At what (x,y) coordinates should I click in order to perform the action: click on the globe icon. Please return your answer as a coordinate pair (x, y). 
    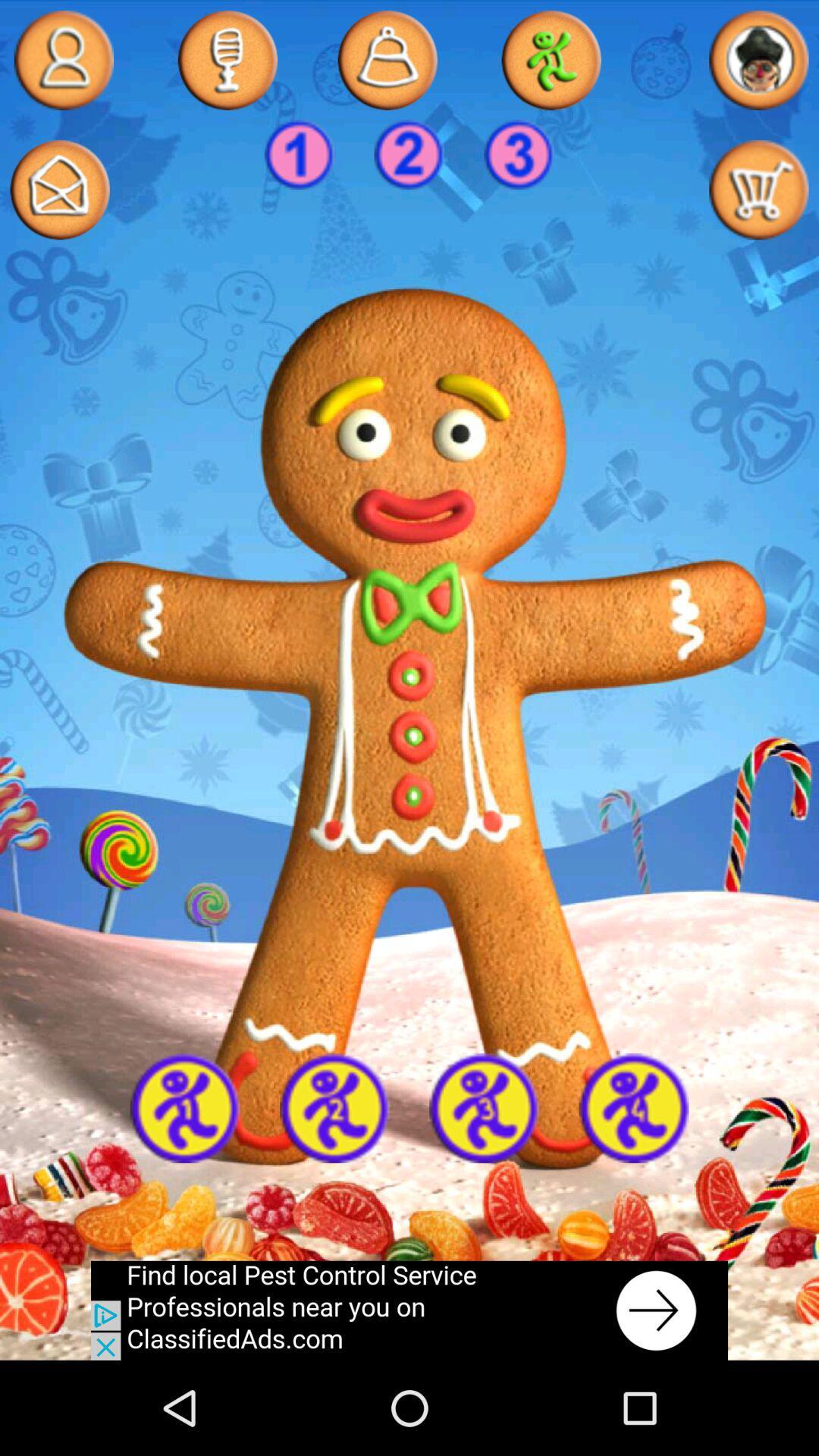
    Looking at the image, I should click on (518, 165).